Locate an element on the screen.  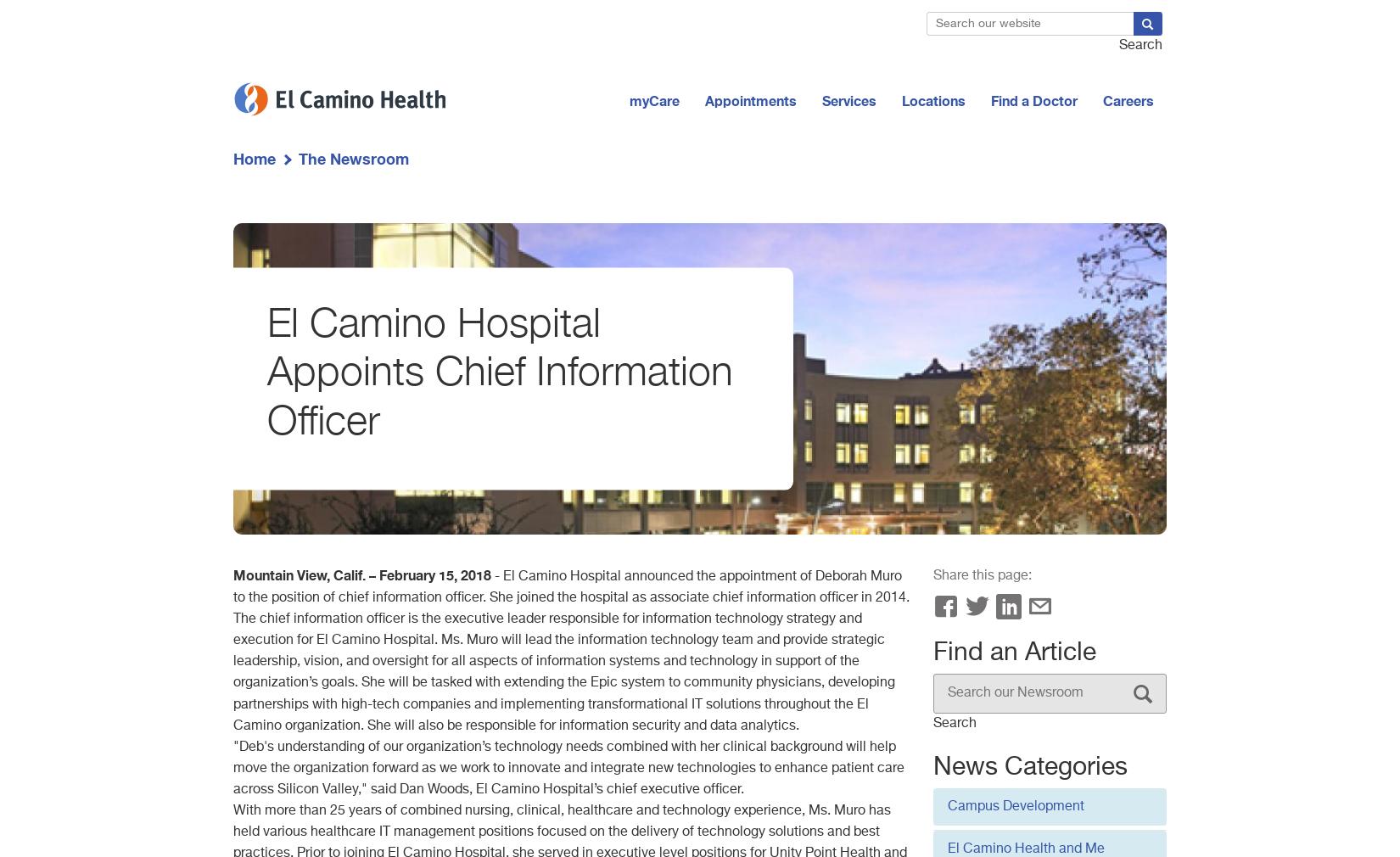
'News Categories' is located at coordinates (933, 766).